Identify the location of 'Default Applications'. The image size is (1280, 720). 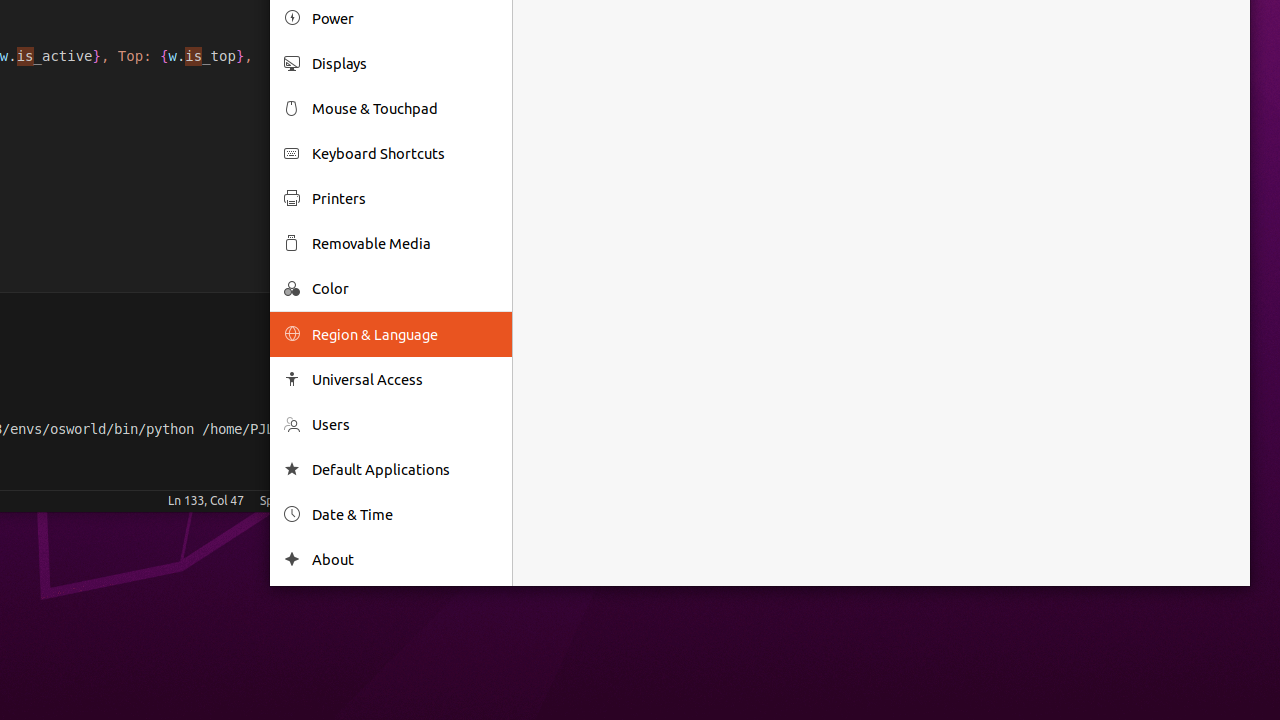
(403, 469).